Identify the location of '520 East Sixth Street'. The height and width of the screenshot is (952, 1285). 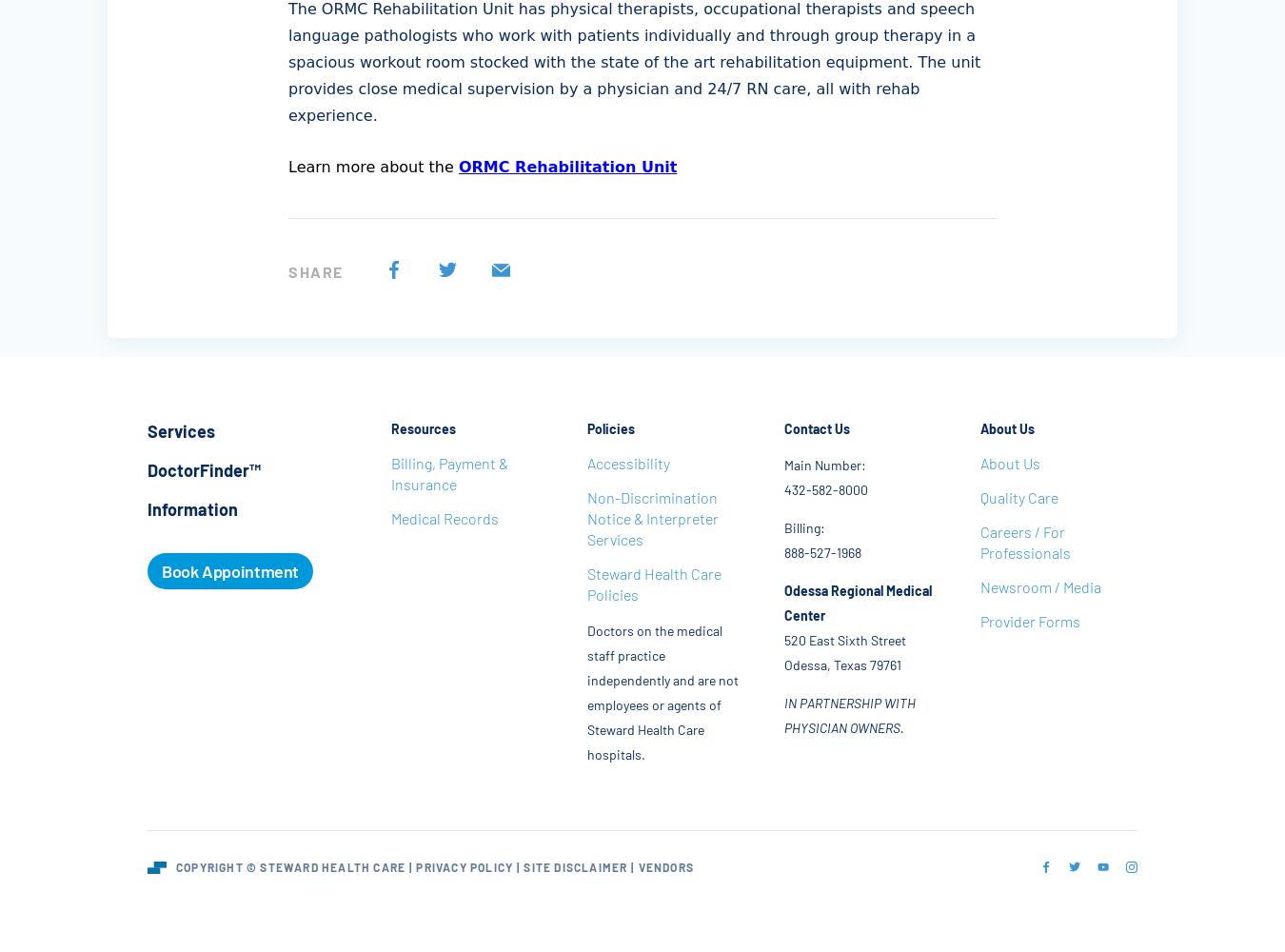
(843, 640).